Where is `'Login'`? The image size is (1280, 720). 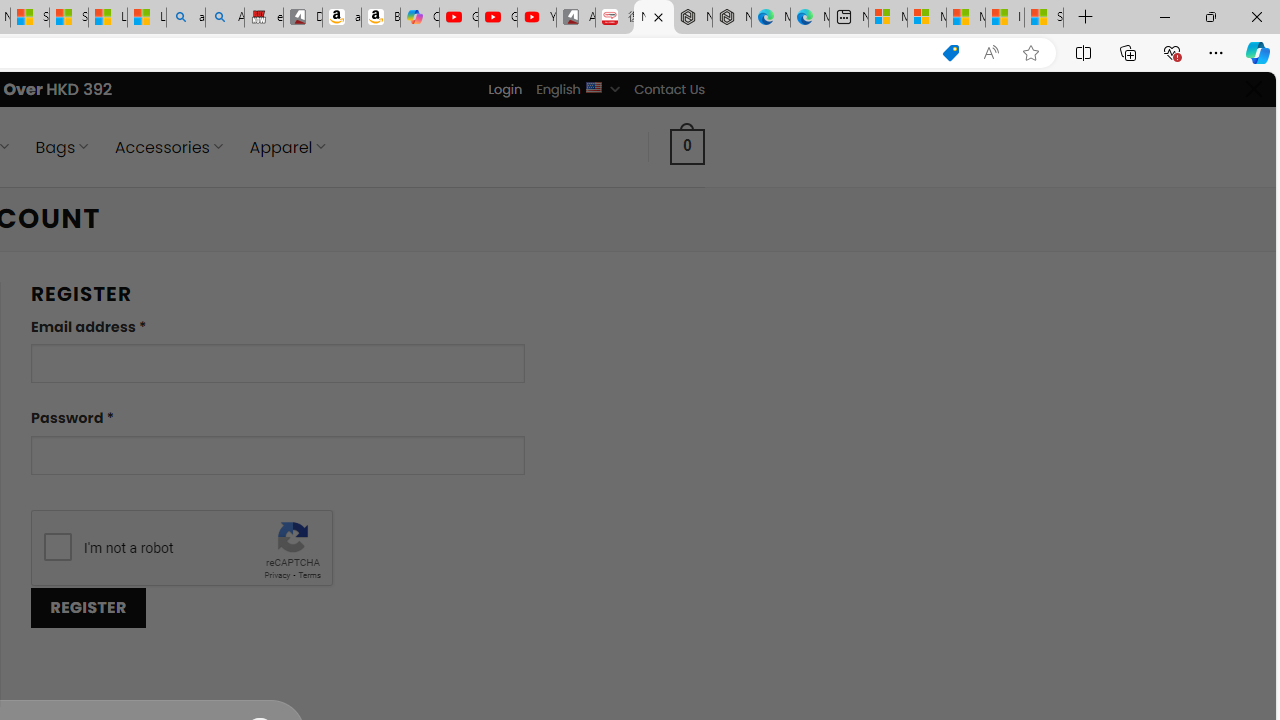 'Login' is located at coordinates (505, 88).